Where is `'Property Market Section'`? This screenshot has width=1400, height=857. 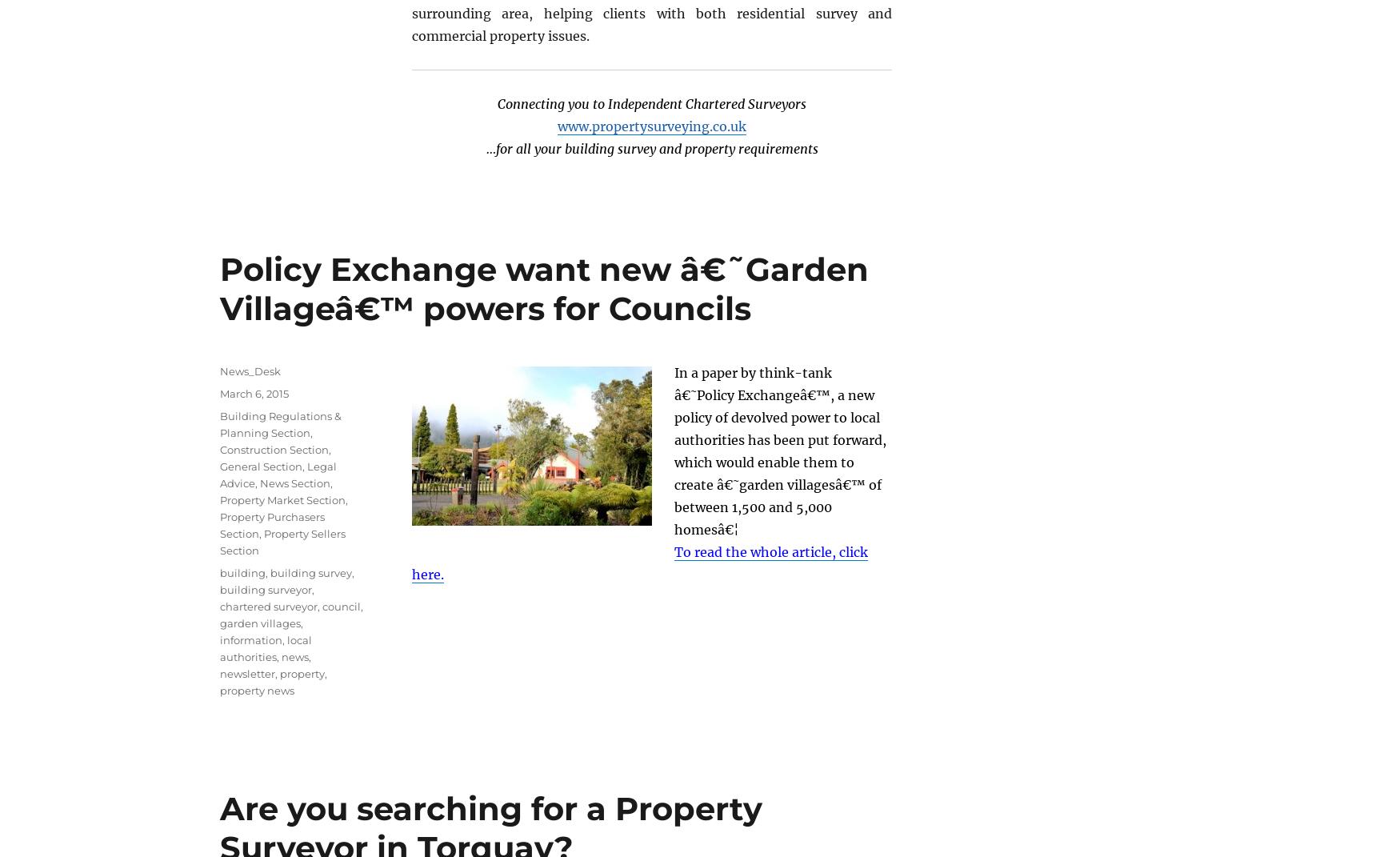 'Property Market Section' is located at coordinates (282, 498).